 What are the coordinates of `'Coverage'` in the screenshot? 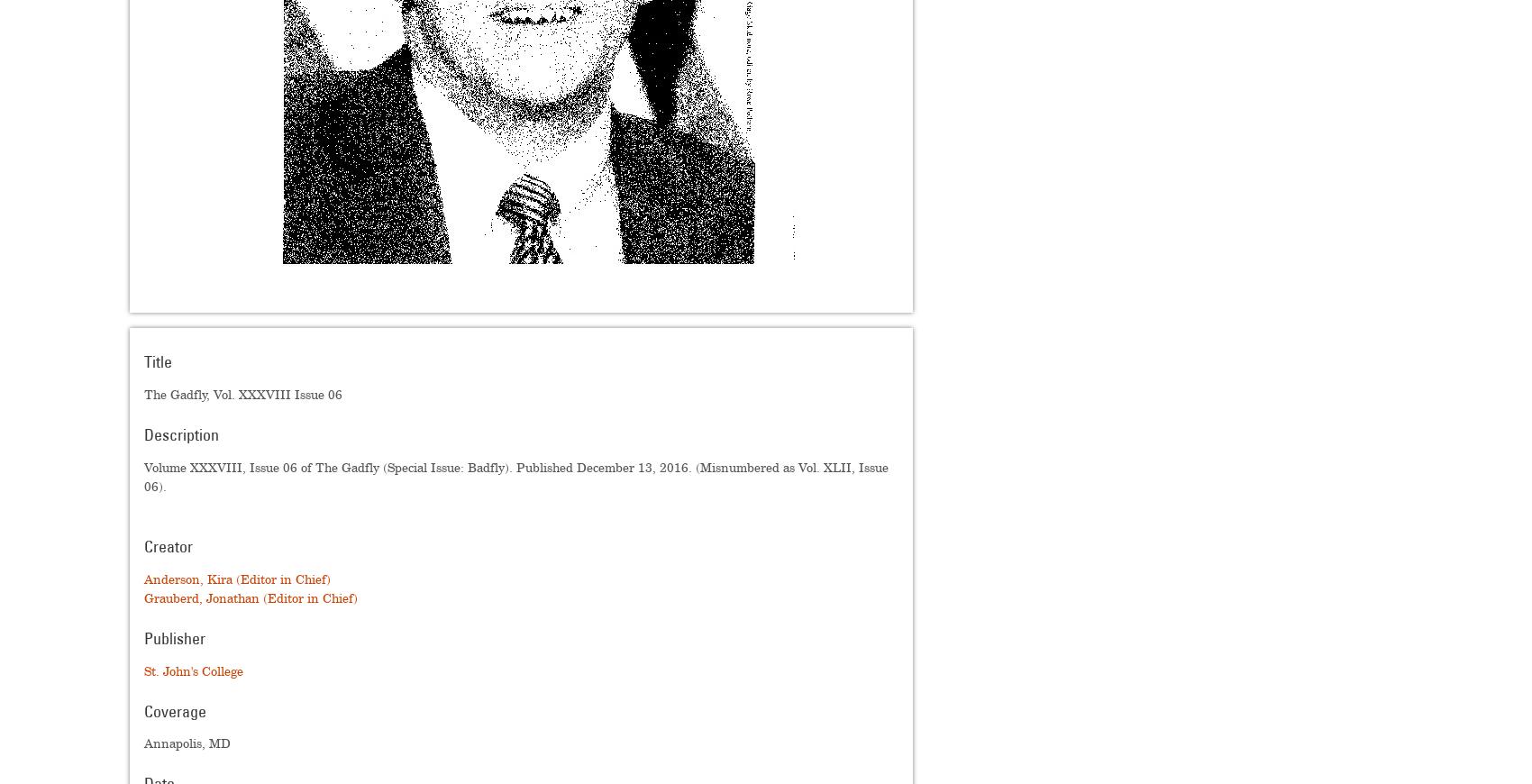 It's located at (142, 711).